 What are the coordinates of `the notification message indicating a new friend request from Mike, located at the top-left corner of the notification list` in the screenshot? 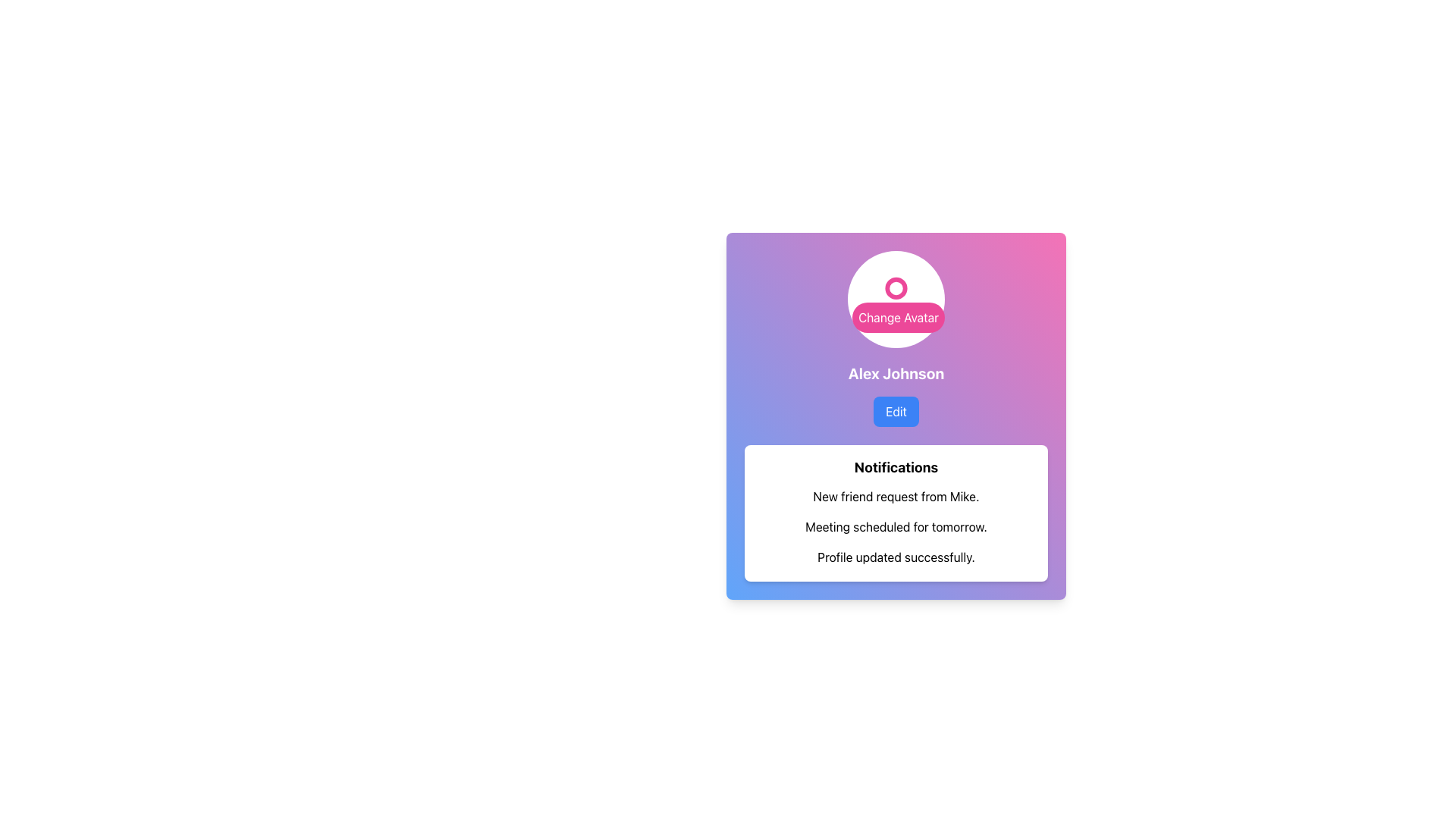 It's located at (896, 497).